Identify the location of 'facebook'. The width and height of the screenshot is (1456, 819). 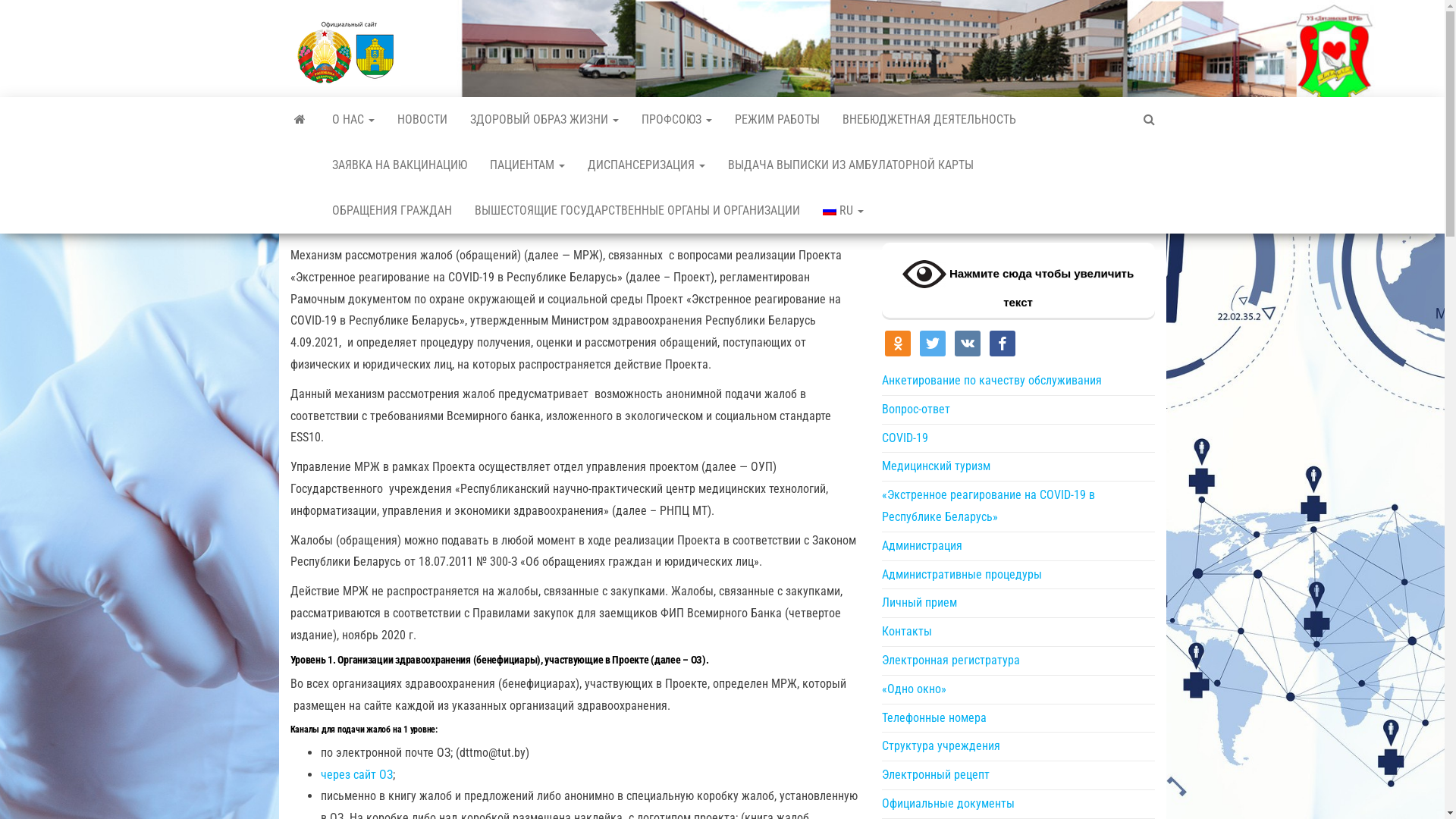
(1001, 342).